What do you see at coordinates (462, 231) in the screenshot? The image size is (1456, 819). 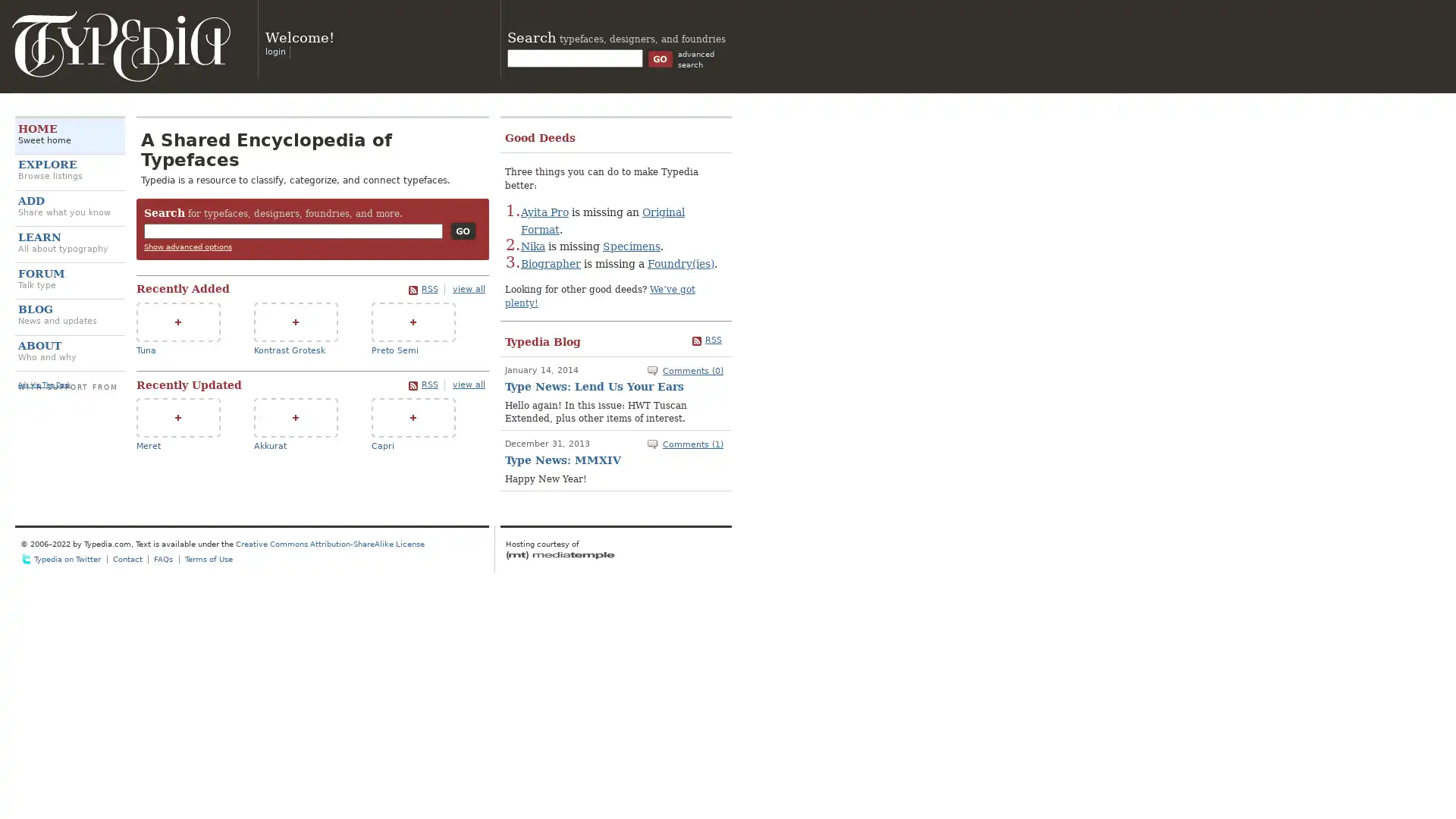 I see `Go` at bounding box center [462, 231].